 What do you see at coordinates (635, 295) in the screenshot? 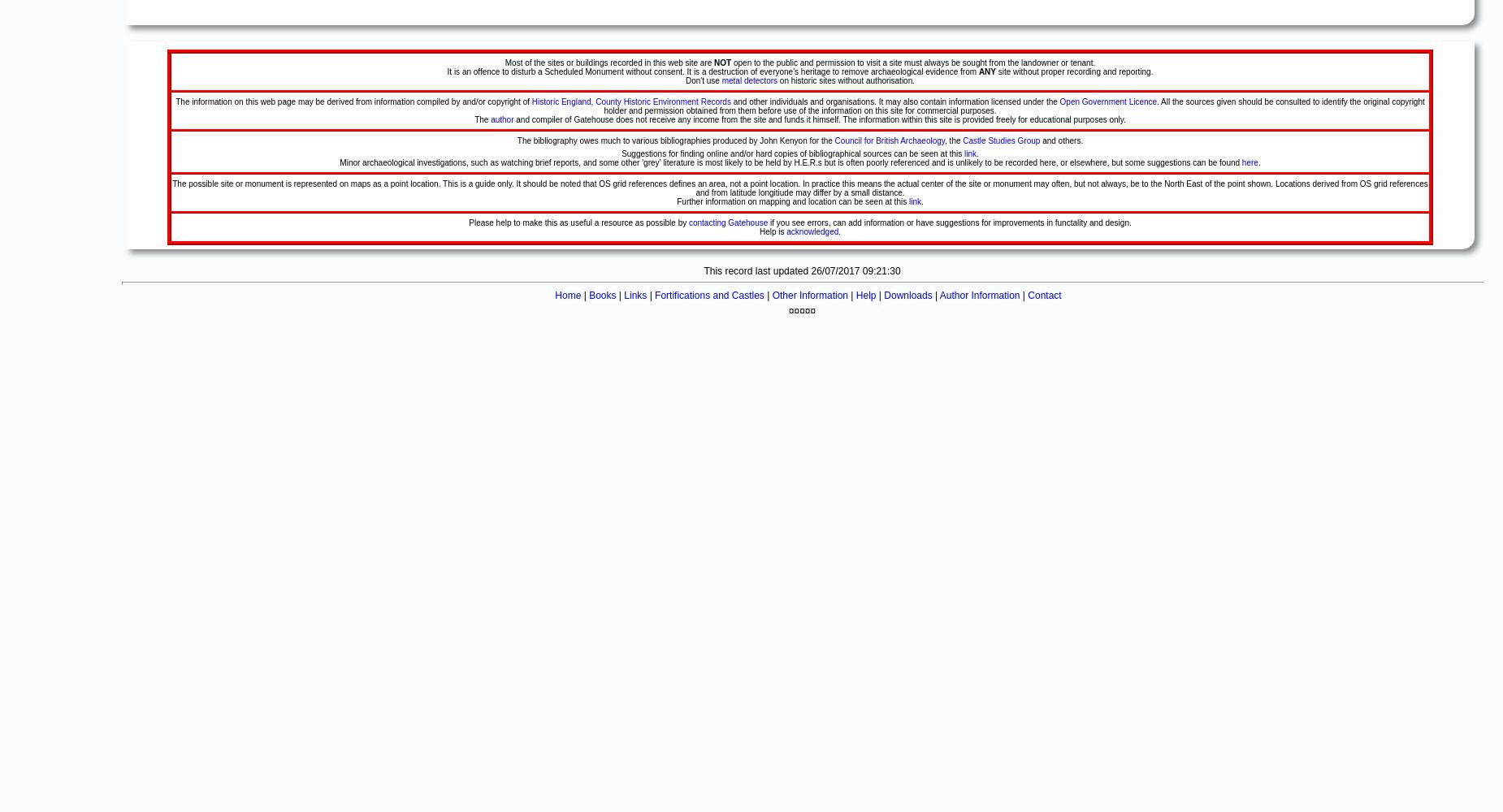
I see `'Links'` at bounding box center [635, 295].